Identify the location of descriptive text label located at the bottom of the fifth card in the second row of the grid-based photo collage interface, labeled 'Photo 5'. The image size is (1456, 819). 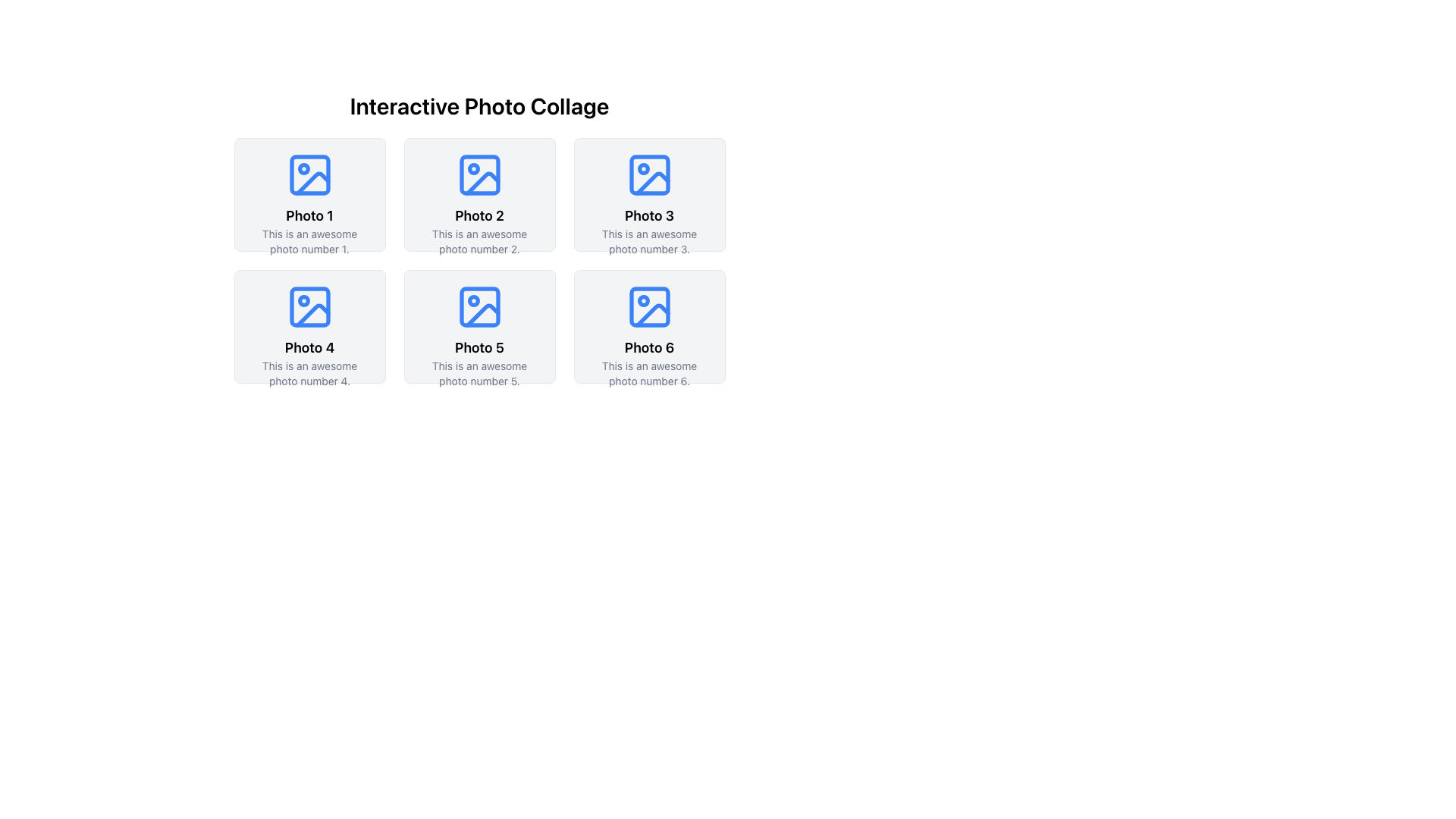
(479, 374).